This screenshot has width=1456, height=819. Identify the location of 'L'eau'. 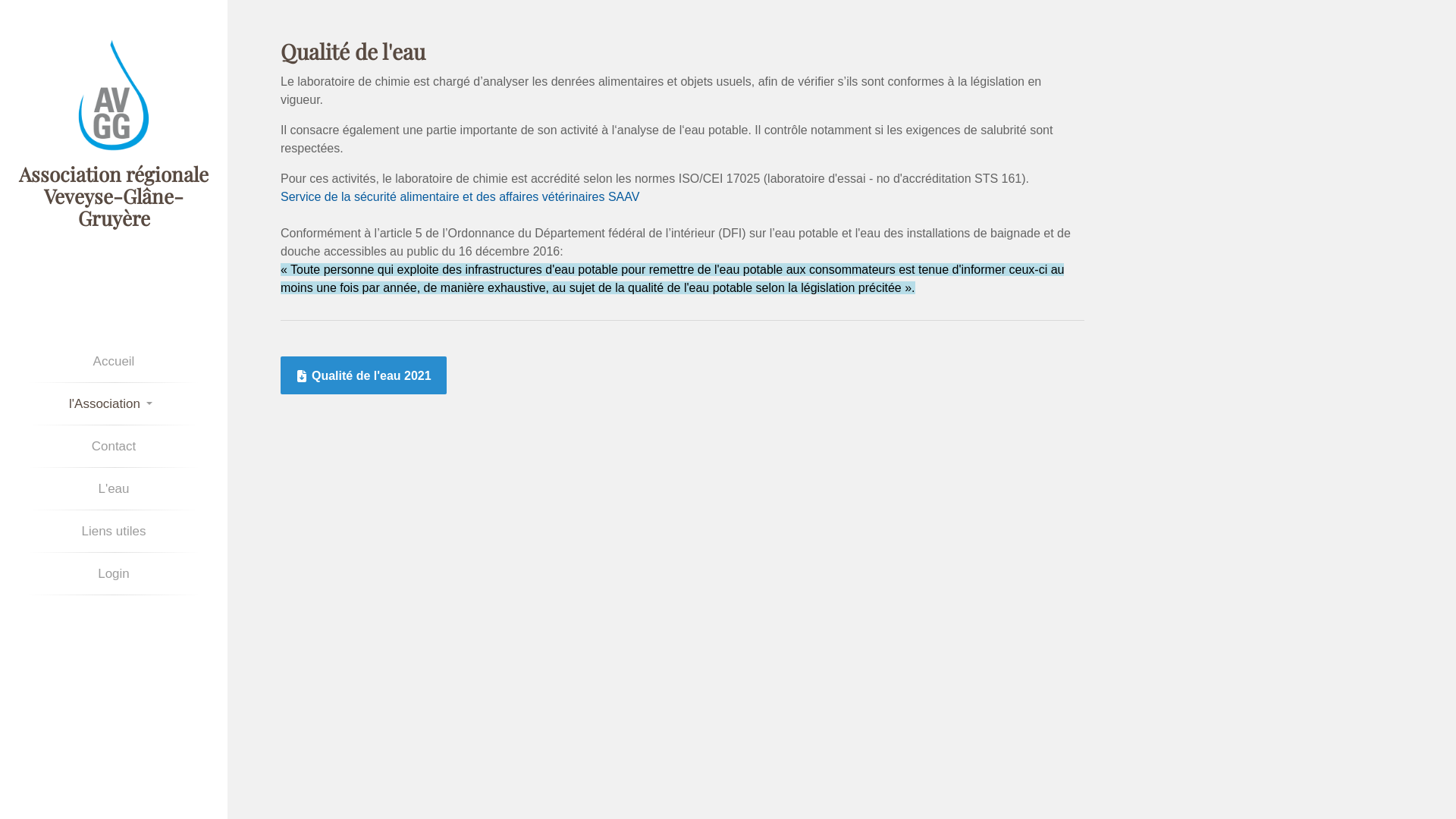
(112, 488).